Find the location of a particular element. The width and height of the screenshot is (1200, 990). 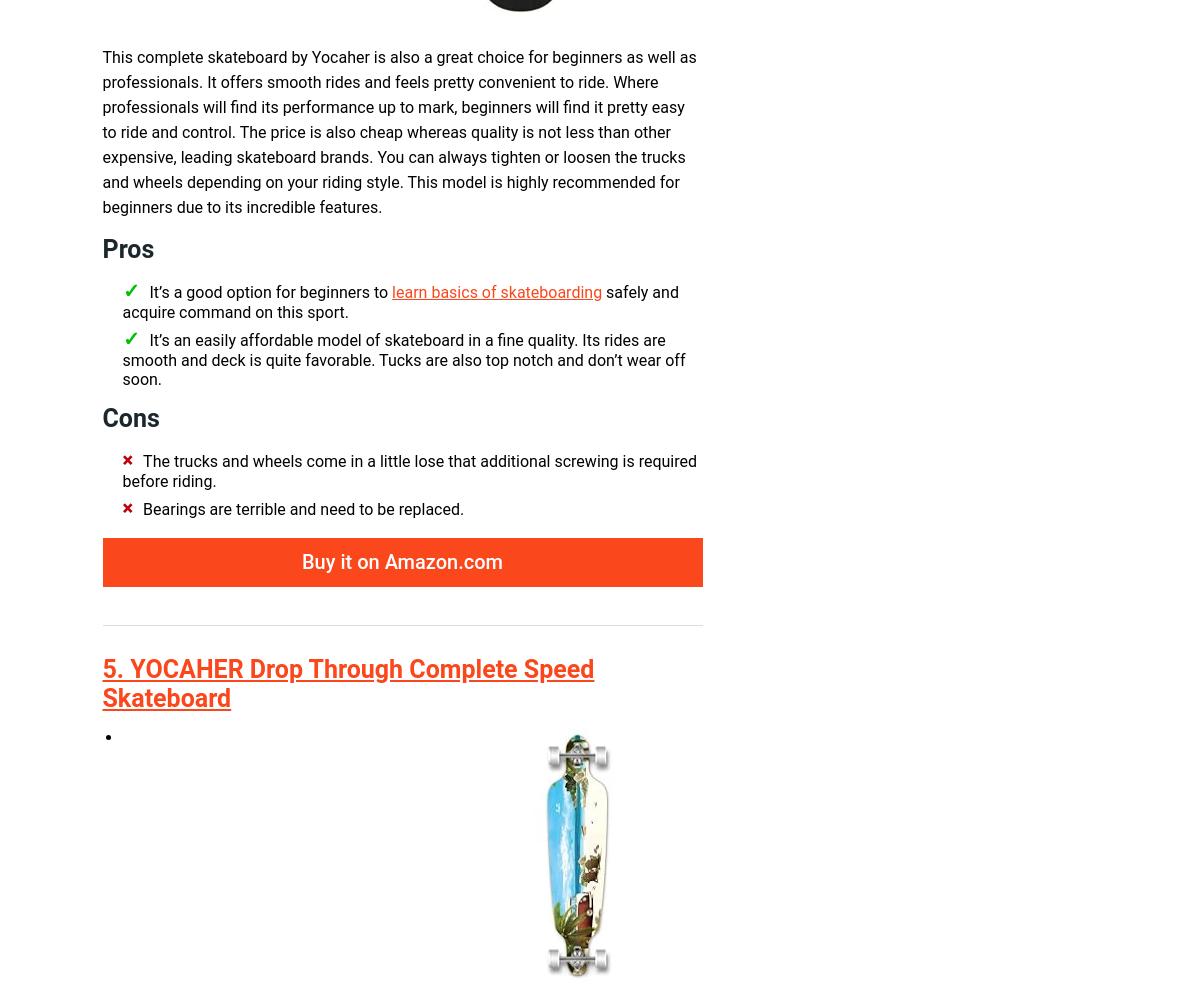

'Buy it on Amazon.com' is located at coordinates (402, 562).